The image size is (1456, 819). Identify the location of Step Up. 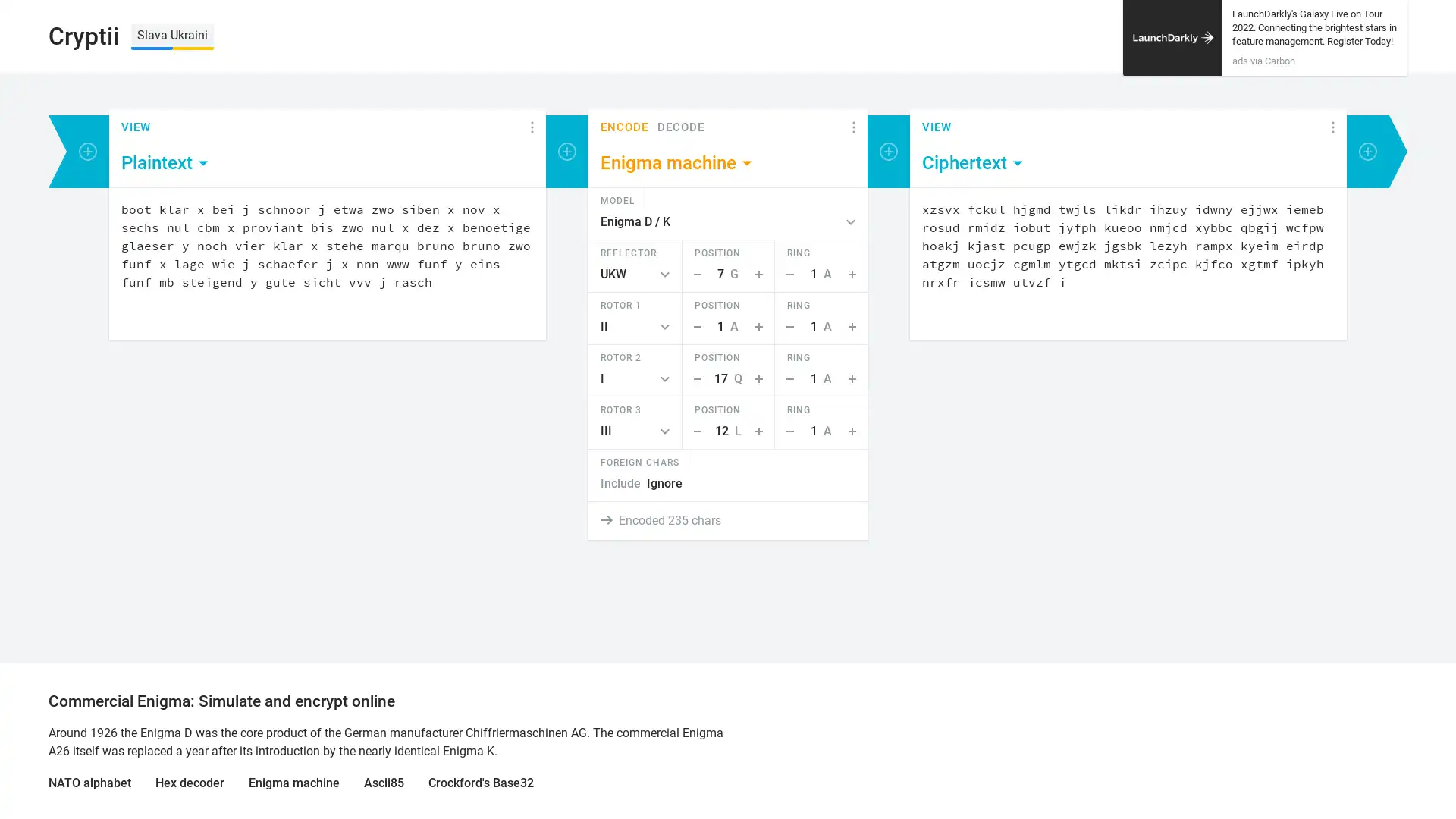
(855, 378).